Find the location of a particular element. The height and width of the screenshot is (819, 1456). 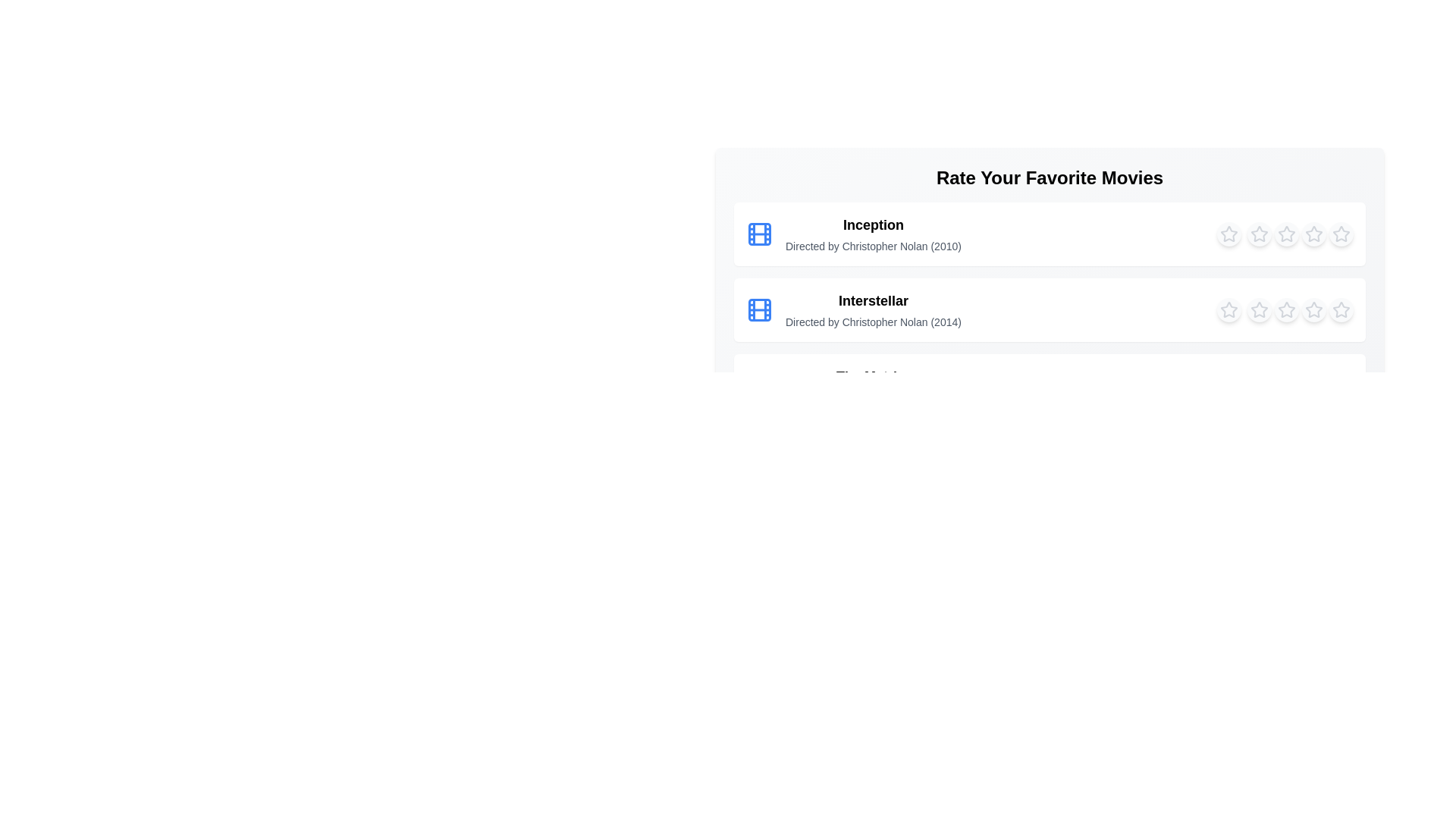

the 1 star to highlight it is located at coordinates (1229, 234).